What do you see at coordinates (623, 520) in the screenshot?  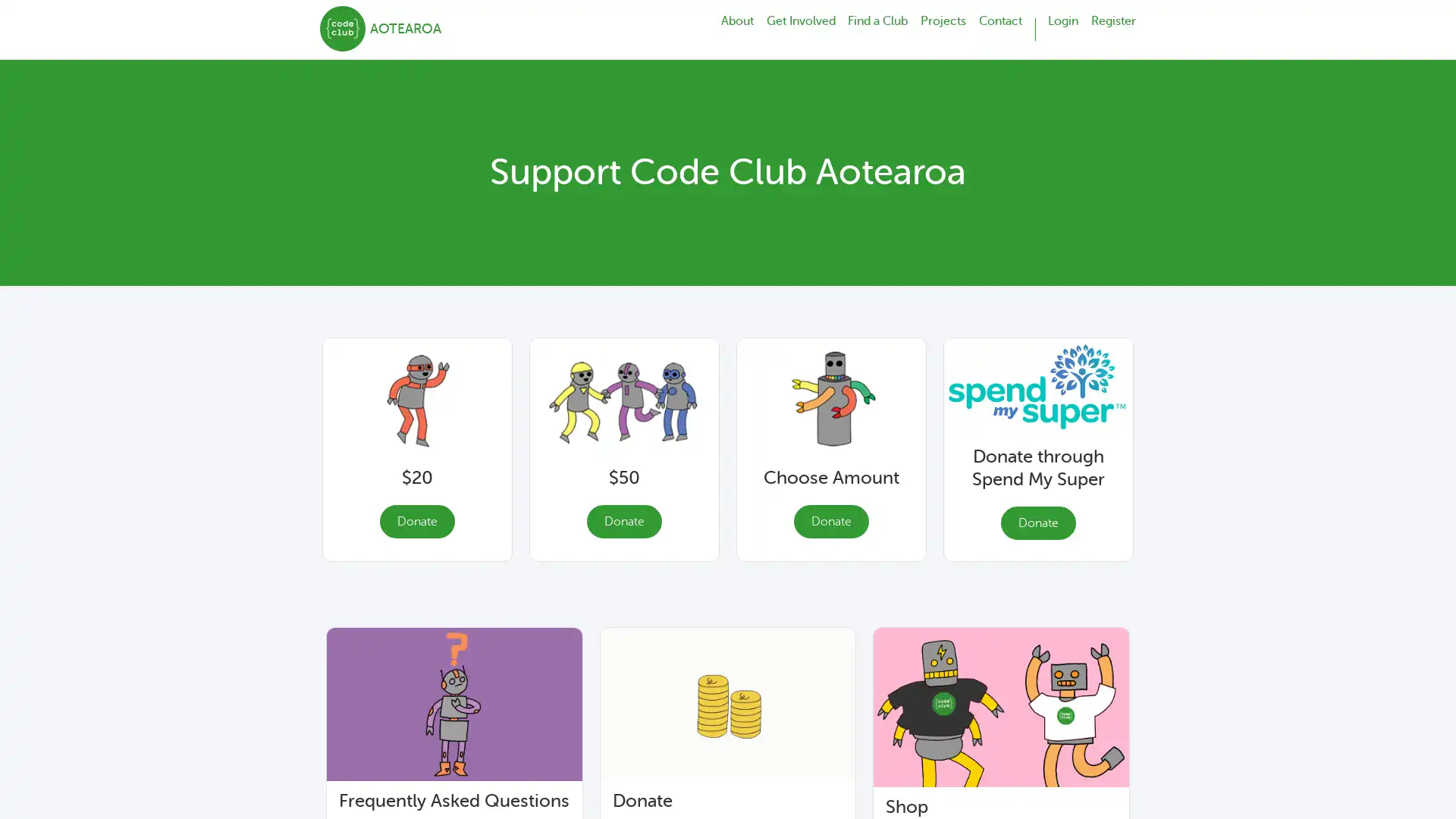 I see `Donate` at bounding box center [623, 520].